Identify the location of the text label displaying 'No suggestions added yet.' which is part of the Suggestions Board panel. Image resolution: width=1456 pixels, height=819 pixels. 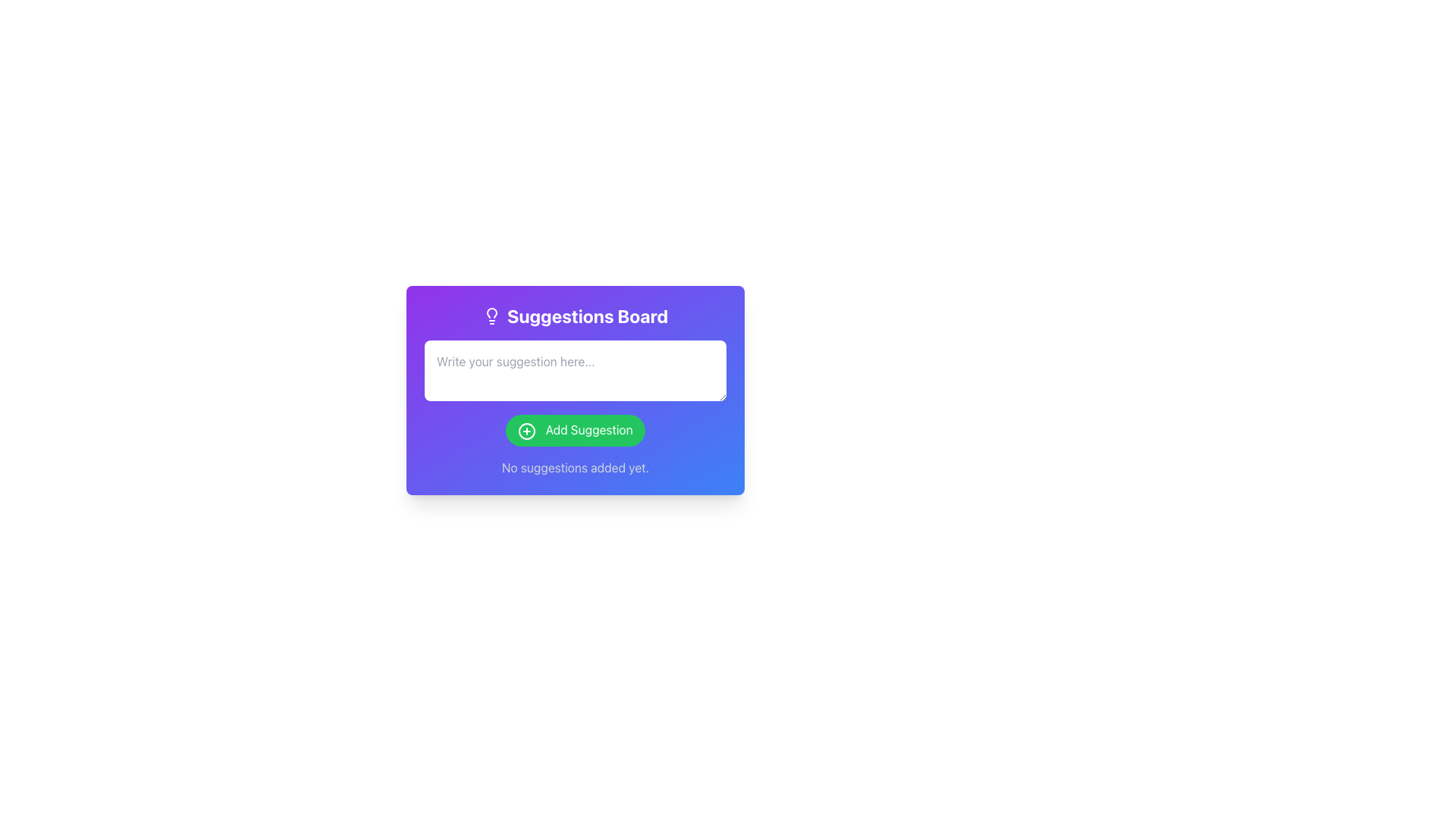
(574, 466).